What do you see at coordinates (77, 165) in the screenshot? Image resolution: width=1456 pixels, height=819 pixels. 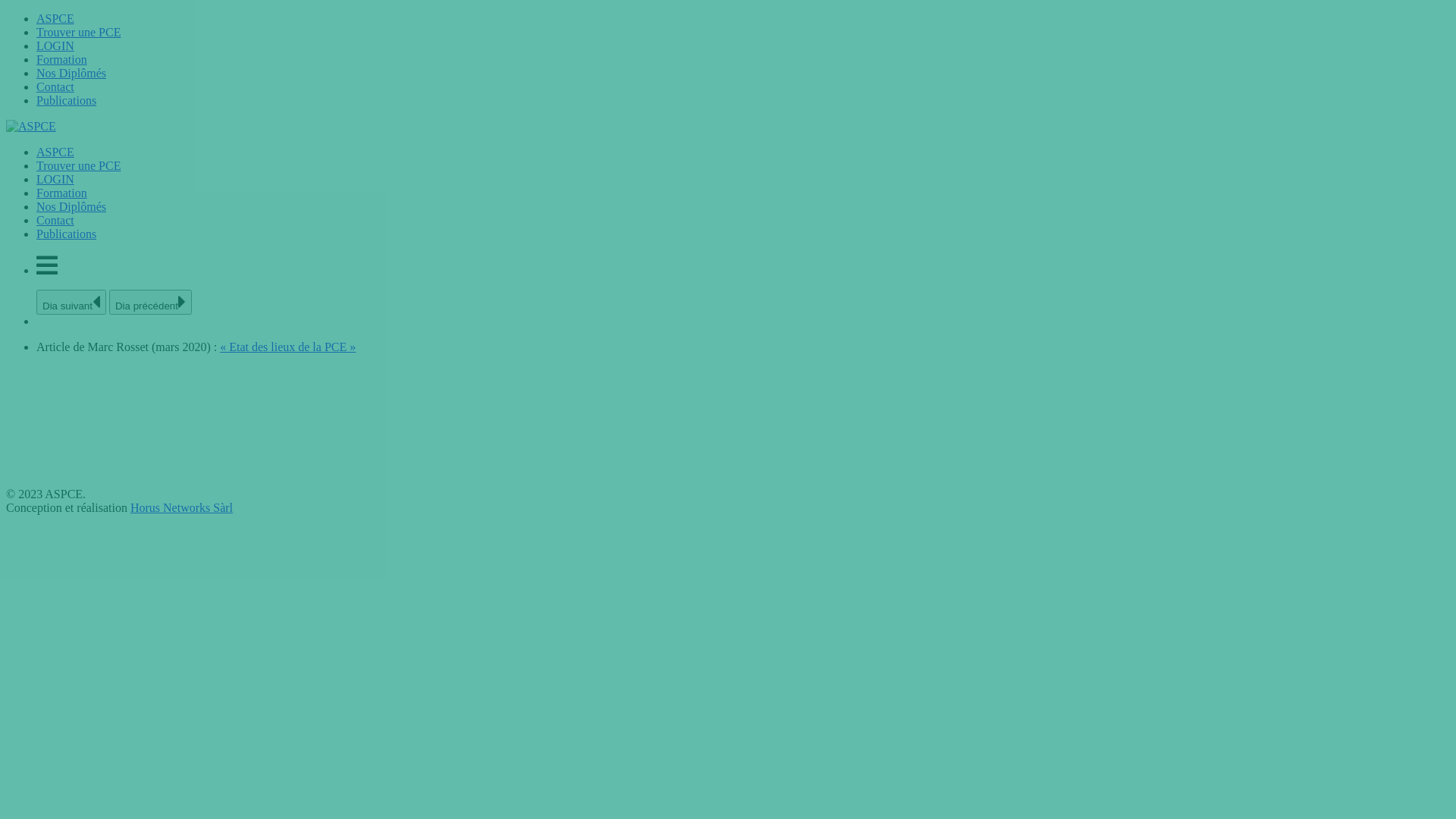 I see `'Trouver une PCE'` at bounding box center [77, 165].